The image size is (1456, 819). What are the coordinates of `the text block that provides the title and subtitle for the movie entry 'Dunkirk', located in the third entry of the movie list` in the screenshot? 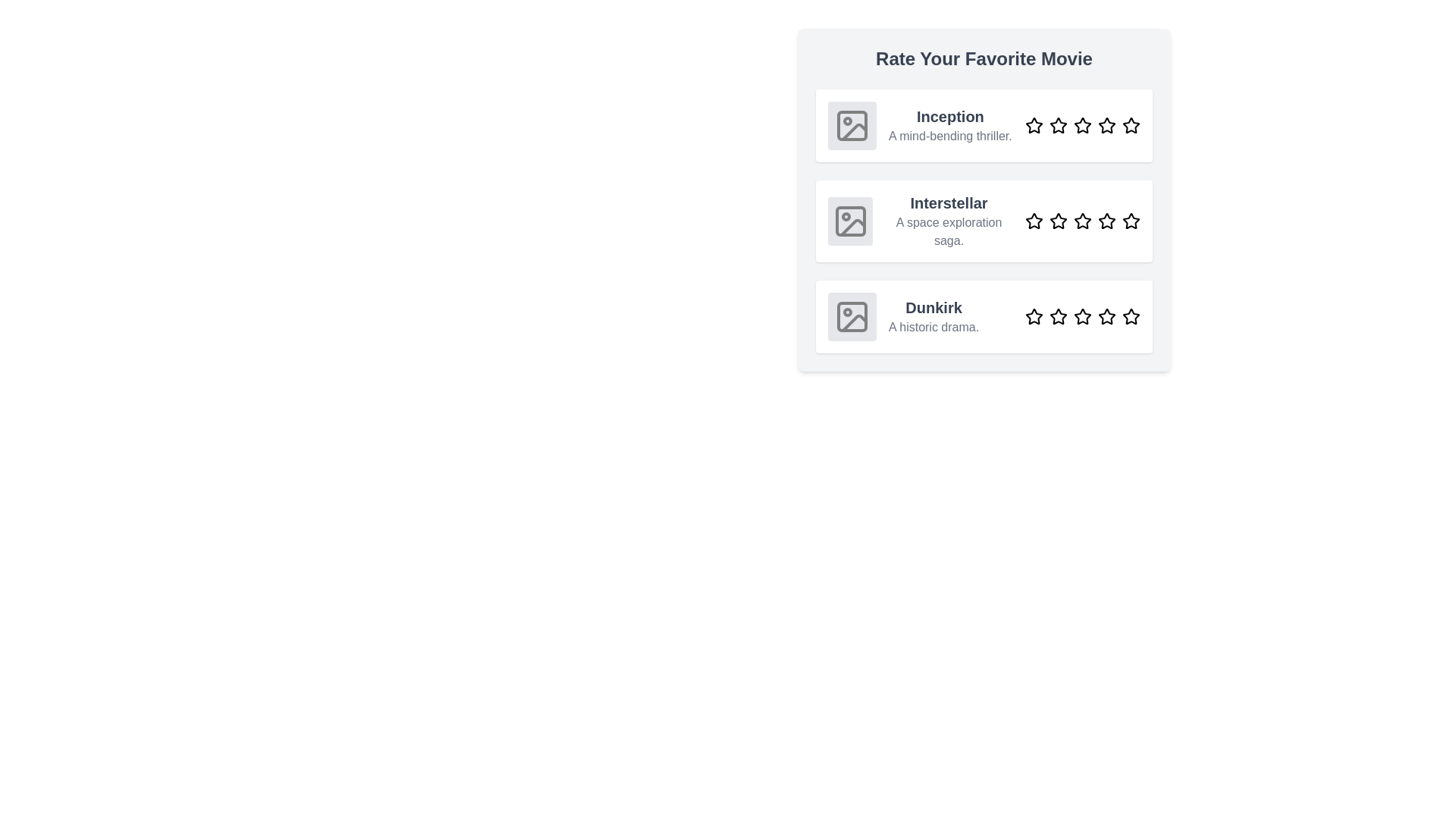 It's located at (933, 315).